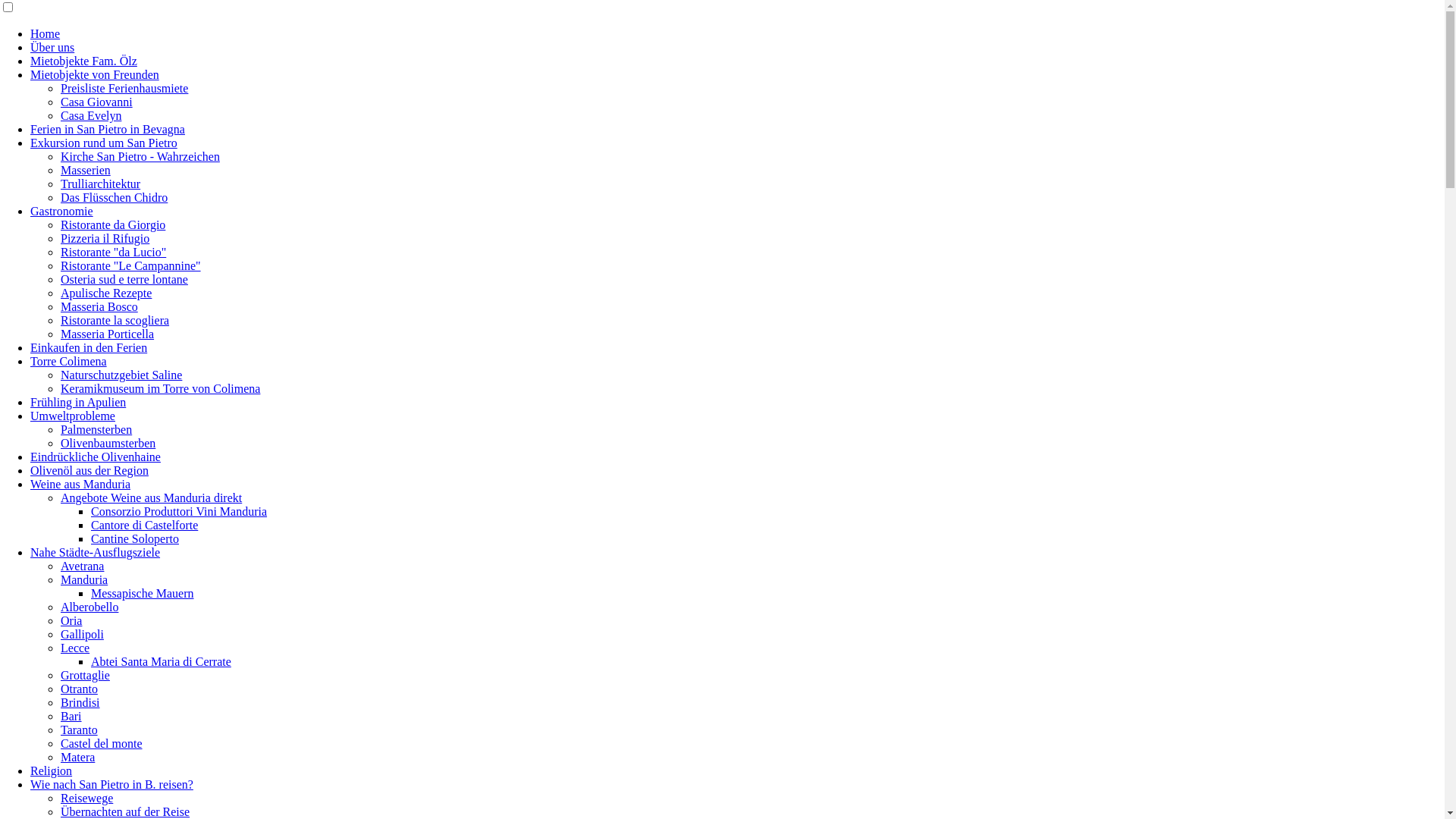 The height and width of the screenshot is (819, 1456). What do you see at coordinates (160, 388) in the screenshot?
I see `'Keramikmuseum im Torre von Colimena'` at bounding box center [160, 388].